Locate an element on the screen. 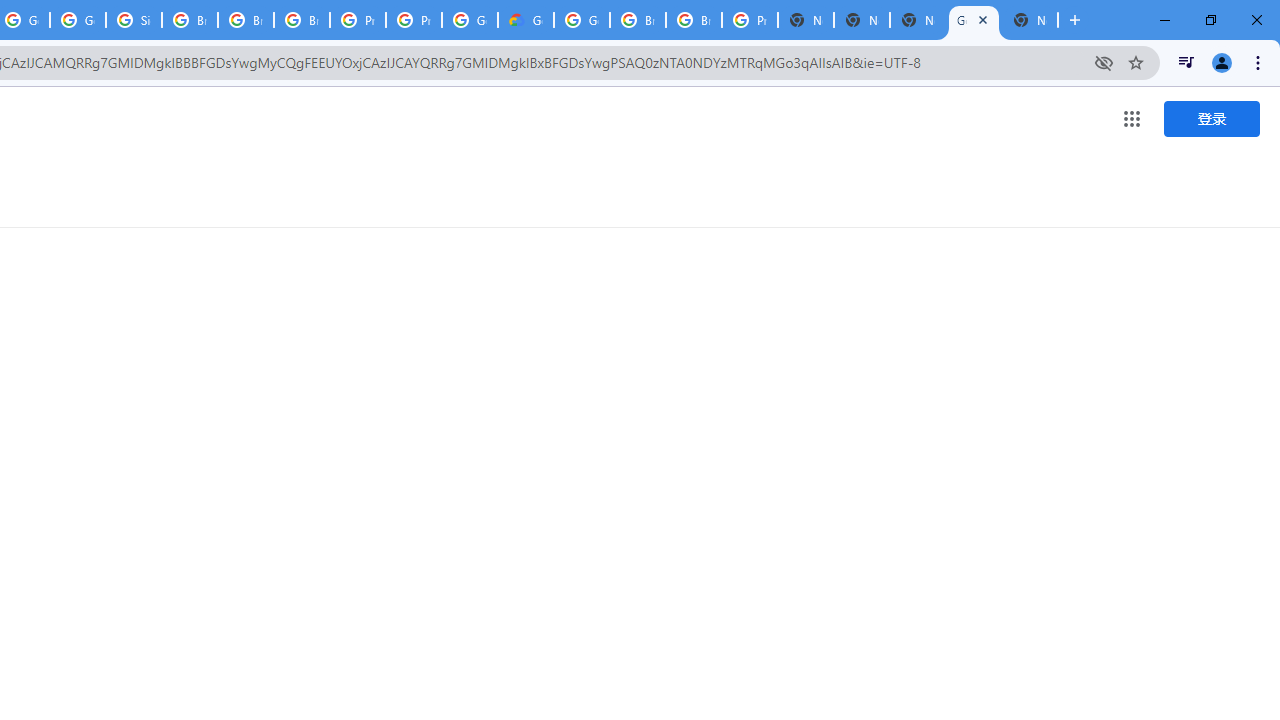  'Google Cloud Platform' is located at coordinates (581, 20).